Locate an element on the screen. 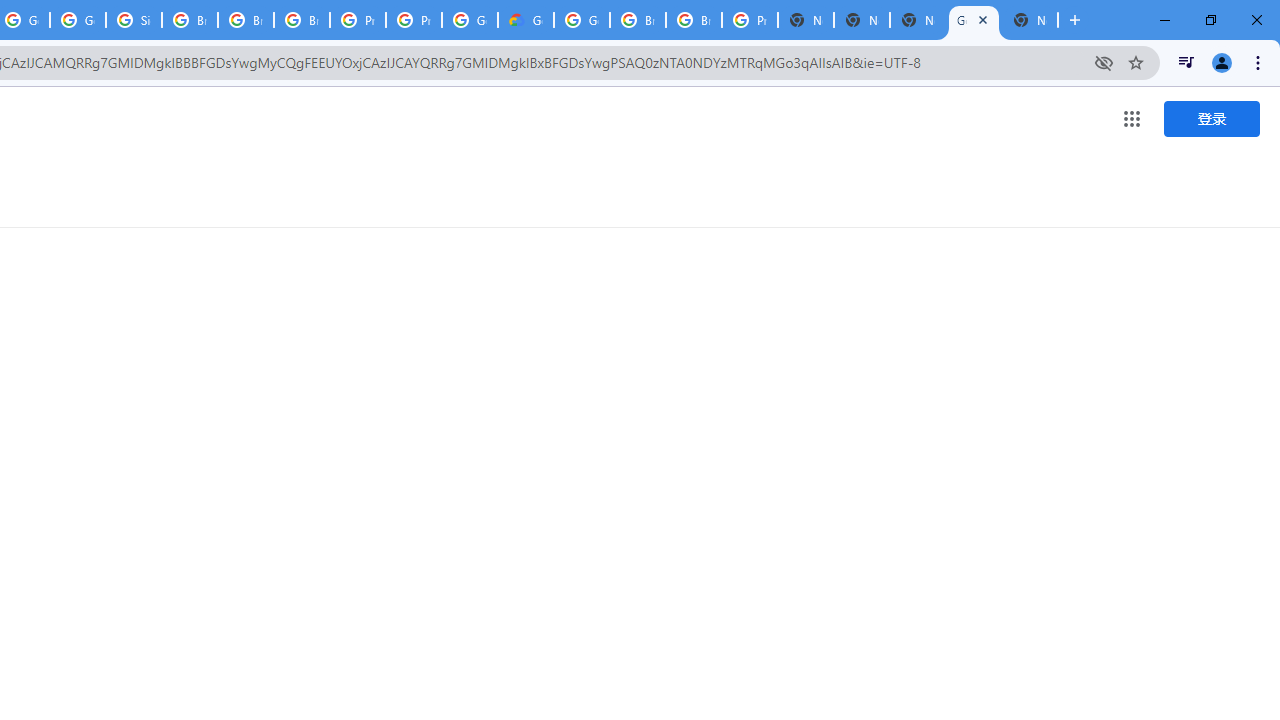  'Google Cloud Platform' is located at coordinates (581, 20).